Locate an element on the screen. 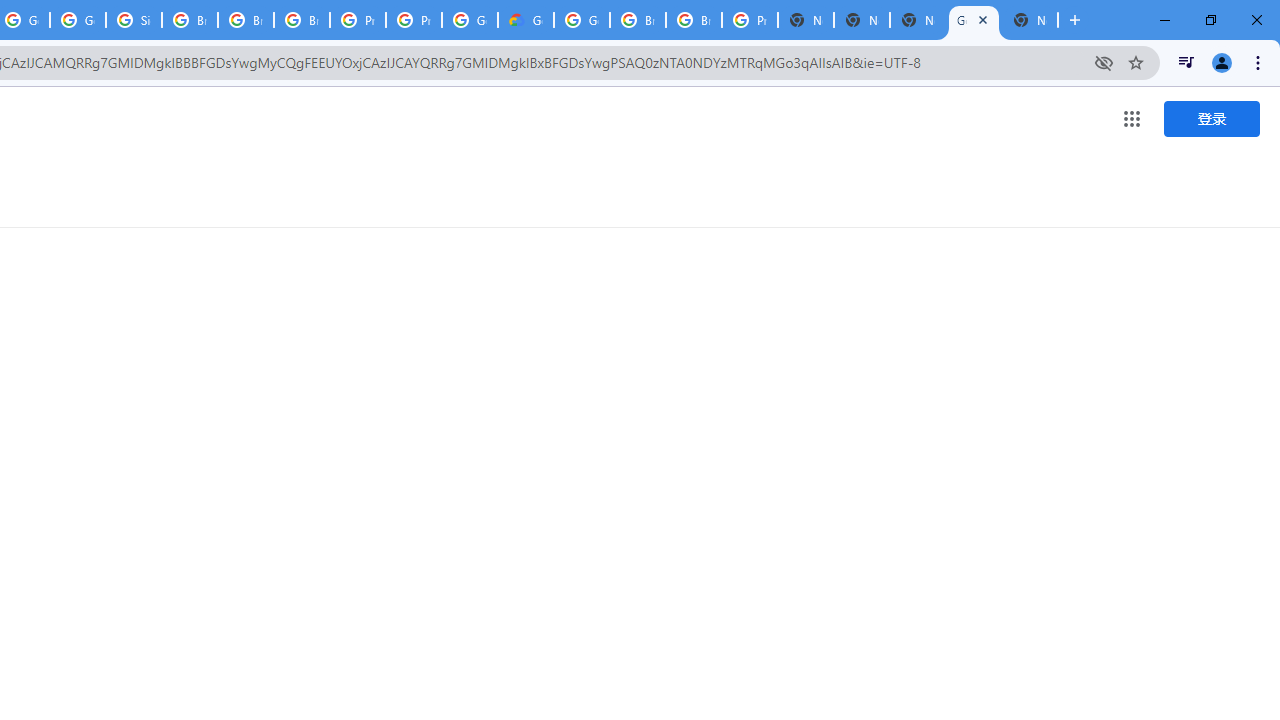  'Google Cloud Platform' is located at coordinates (581, 20).